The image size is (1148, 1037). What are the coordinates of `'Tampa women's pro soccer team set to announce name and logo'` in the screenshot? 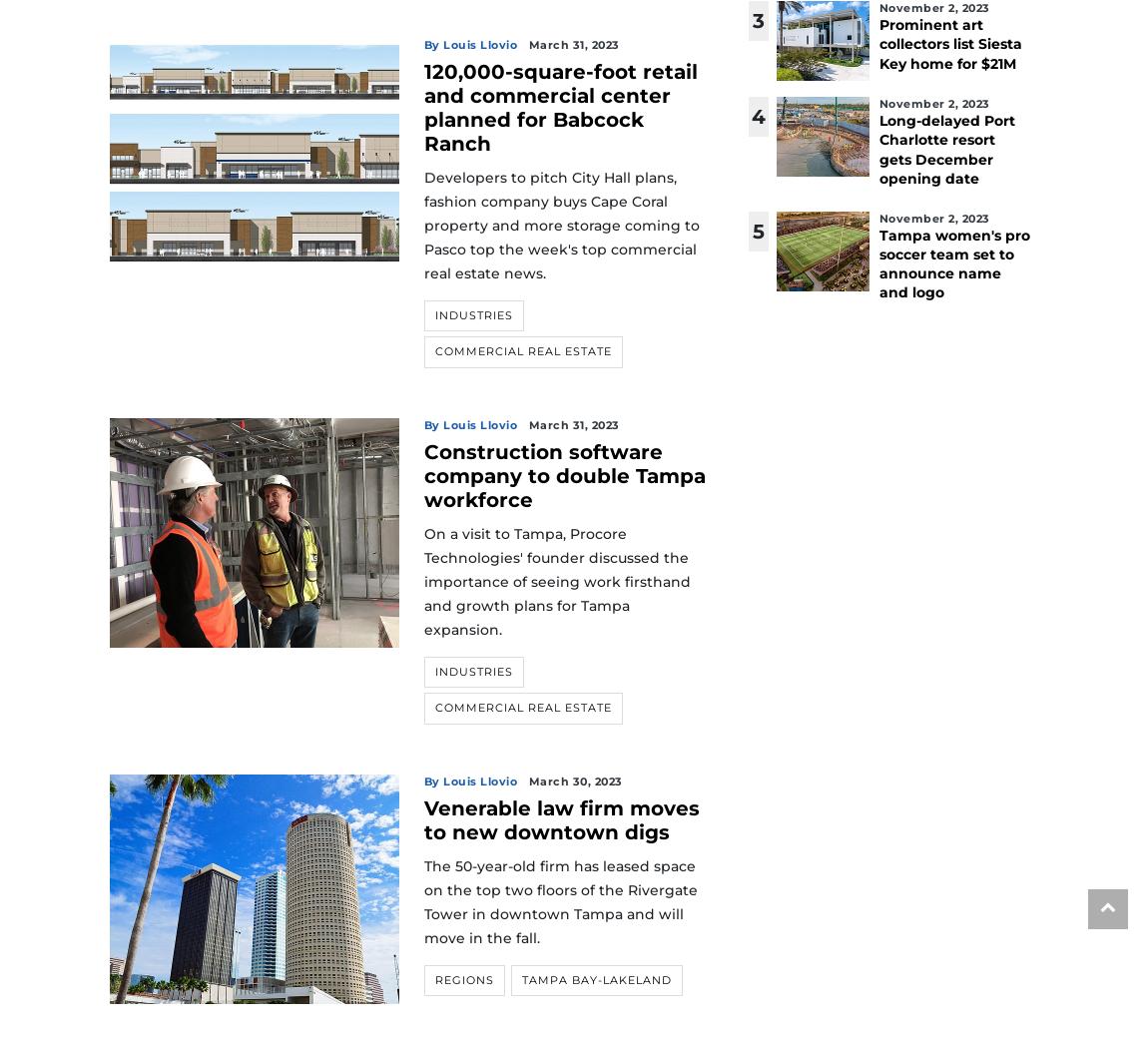 It's located at (953, 263).